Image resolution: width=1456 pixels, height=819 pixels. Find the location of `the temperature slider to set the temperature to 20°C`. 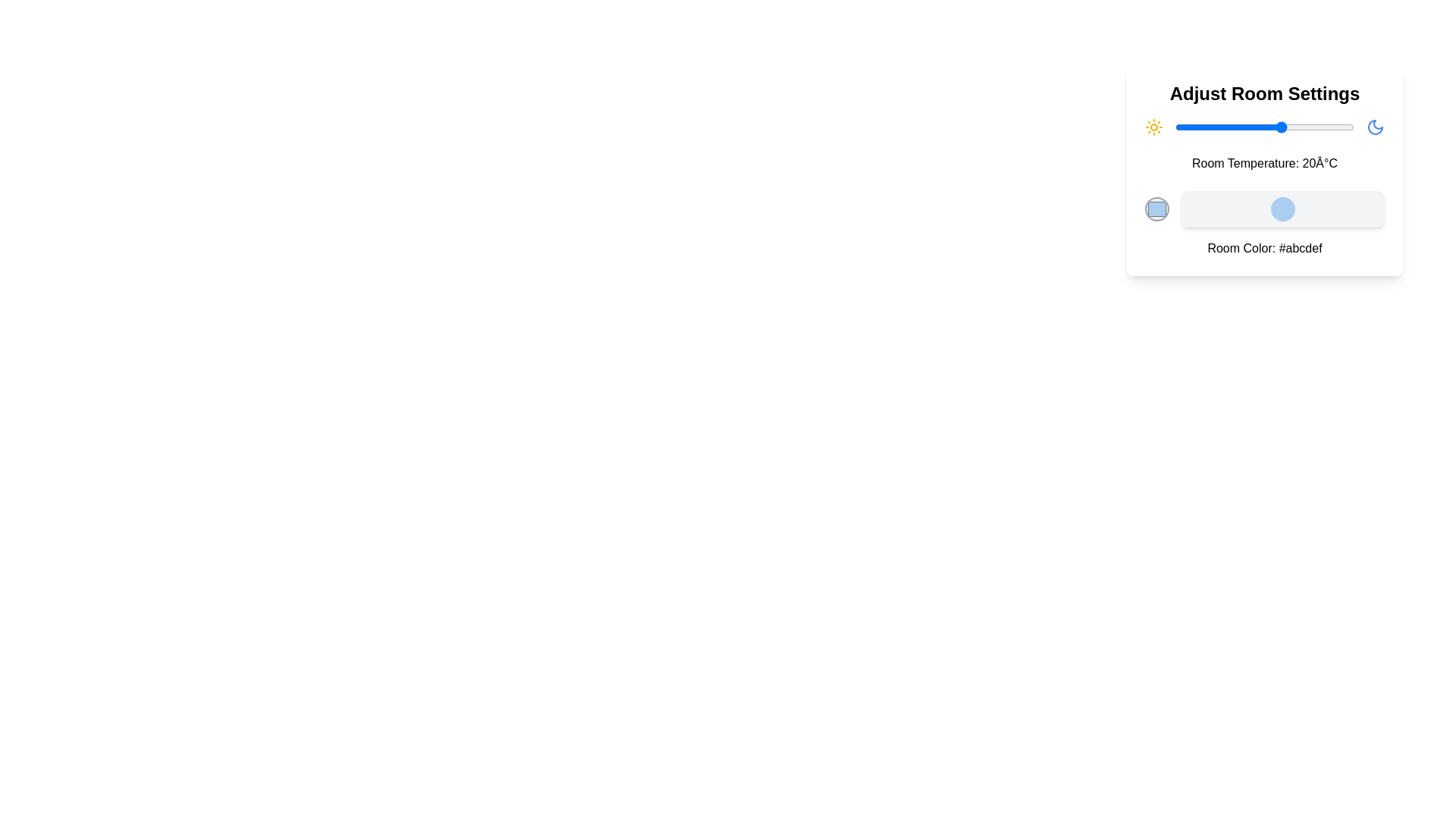

the temperature slider to set the temperature to 20°C is located at coordinates (1282, 127).